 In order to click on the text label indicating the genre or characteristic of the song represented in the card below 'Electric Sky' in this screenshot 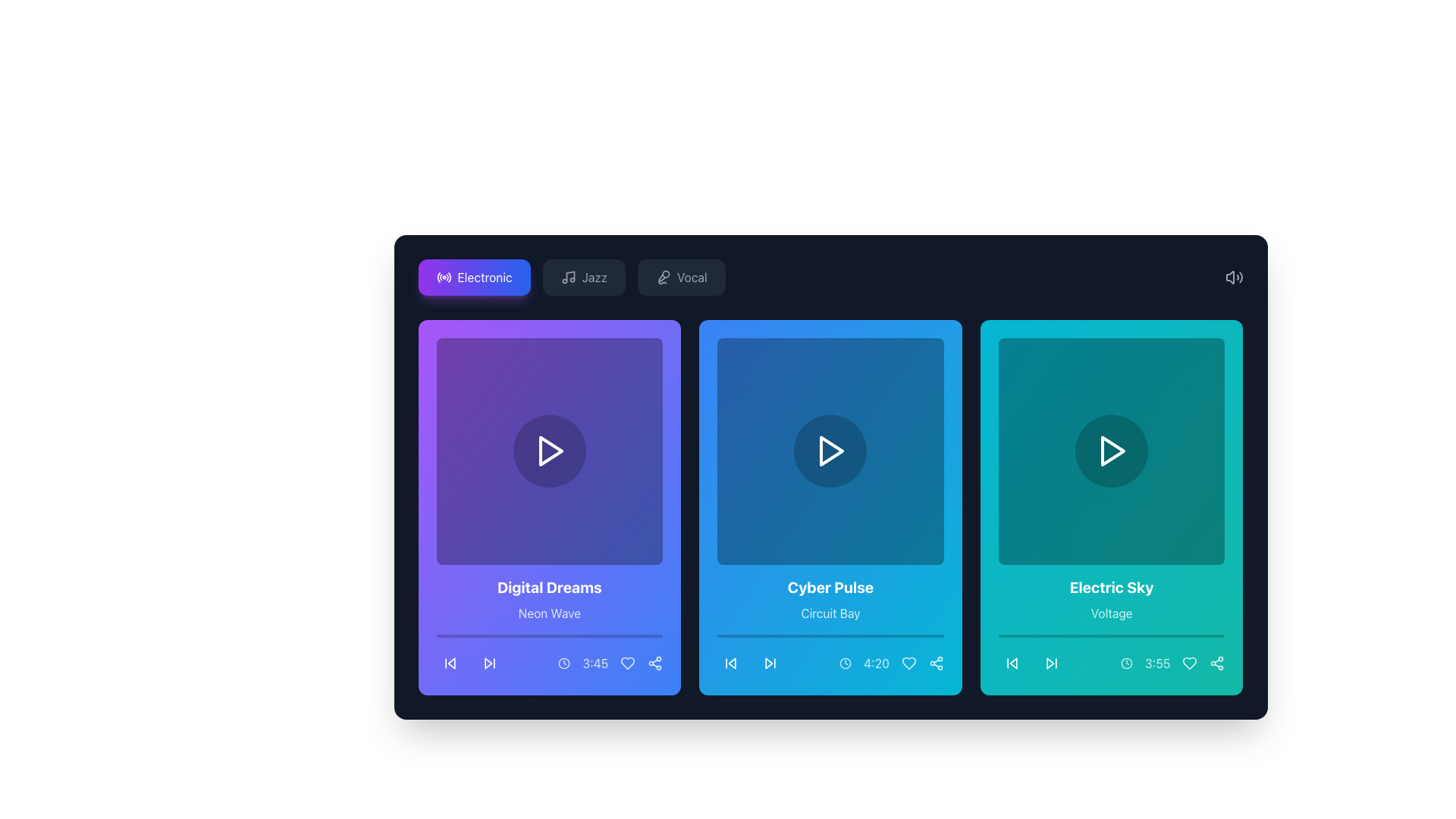, I will do `click(1112, 612)`.